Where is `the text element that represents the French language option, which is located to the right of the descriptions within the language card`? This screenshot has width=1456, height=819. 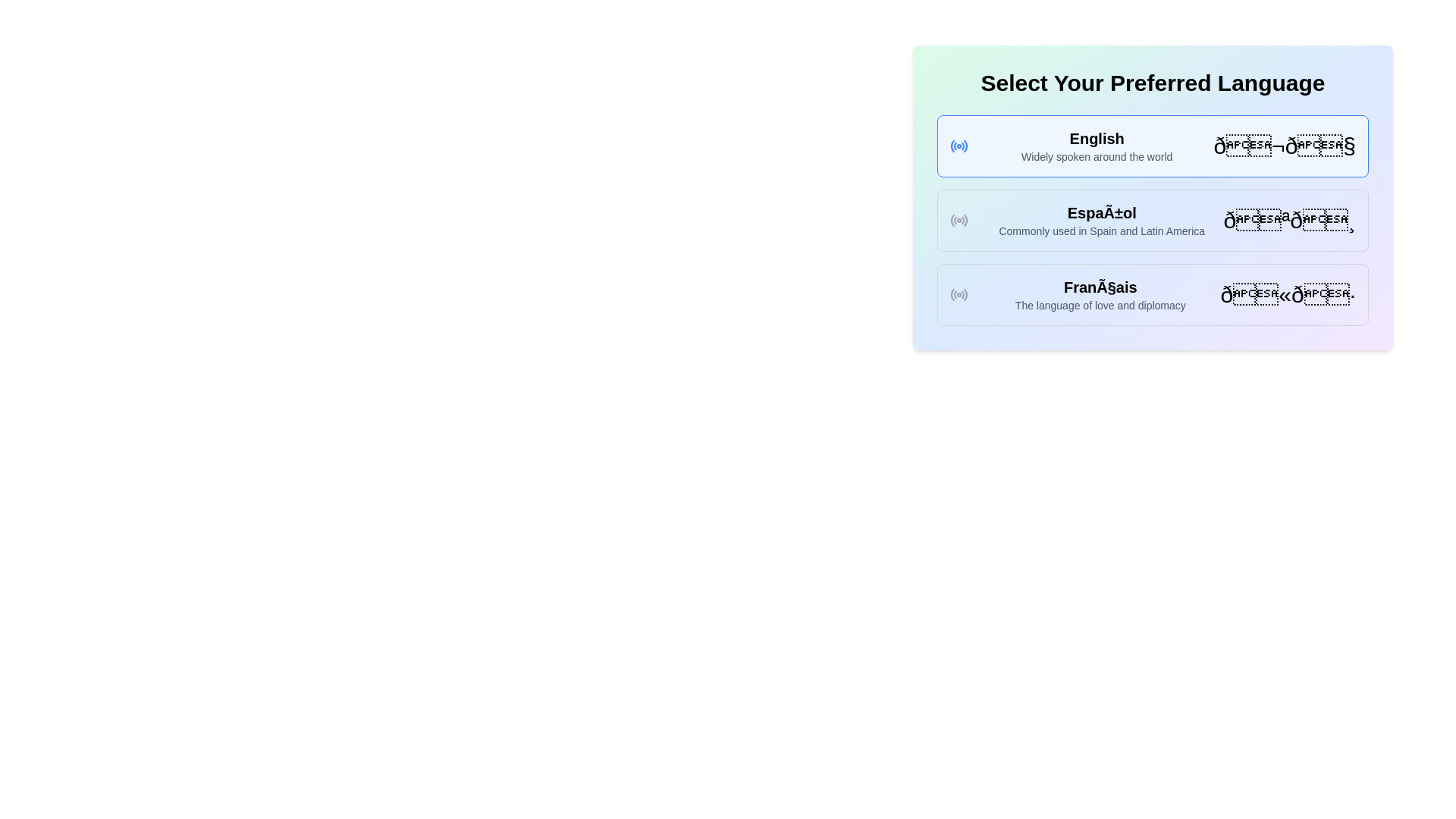
the text element that represents the French language option, which is located to the right of the descriptions within the language card is located at coordinates (1287, 295).